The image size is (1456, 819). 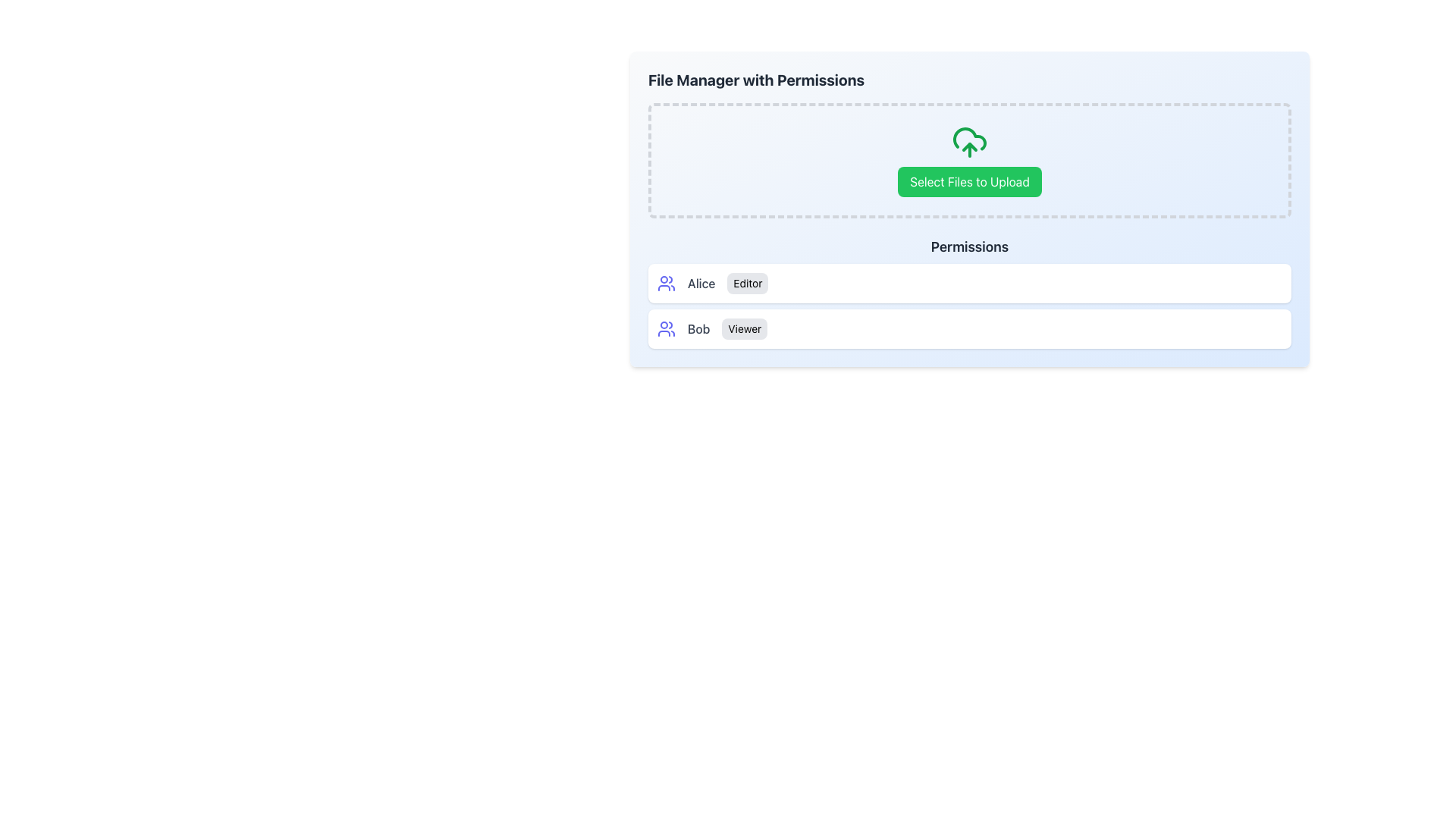 I want to click on the user type icon located to the left of the 'Alice' label and above the 'Editor' tag in the 'Alice' user card, so click(x=666, y=284).